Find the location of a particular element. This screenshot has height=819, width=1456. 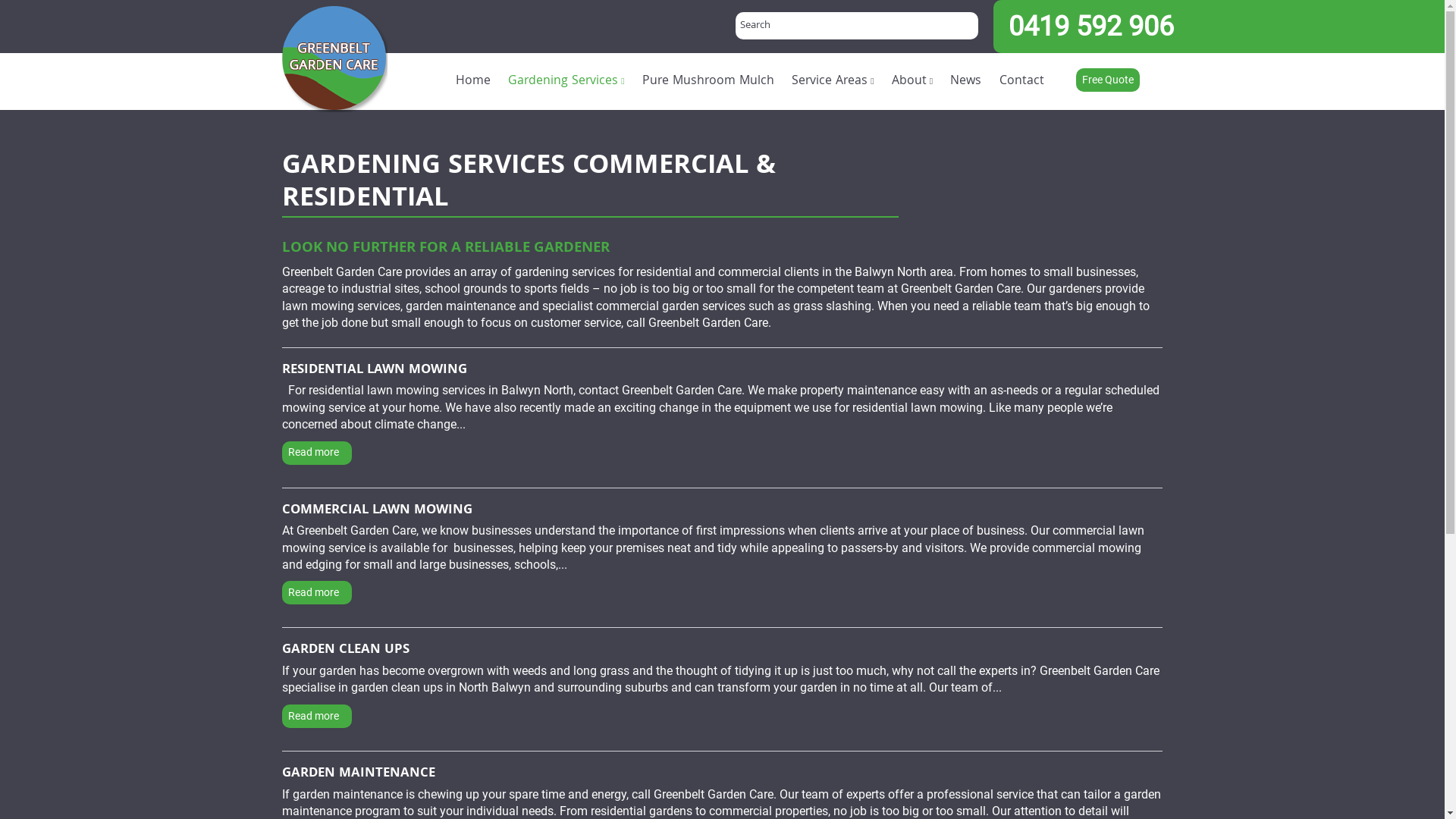

'Read more' is located at coordinates (315, 591).